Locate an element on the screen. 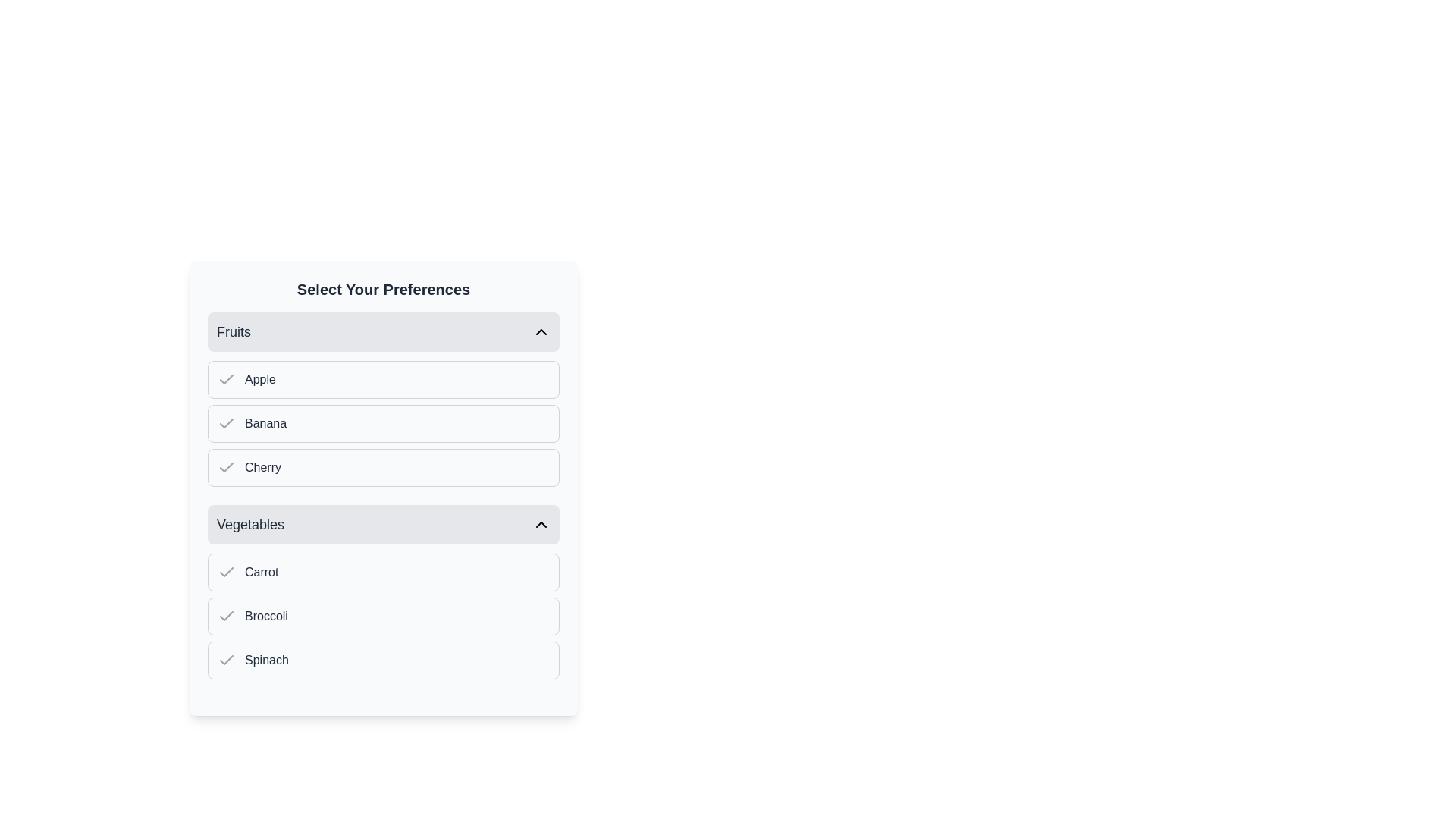 The image size is (1456, 819). the text label displaying 'Broccoli' within the 'Vegetables' section of the selectable list item is located at coordinates (266, 617).